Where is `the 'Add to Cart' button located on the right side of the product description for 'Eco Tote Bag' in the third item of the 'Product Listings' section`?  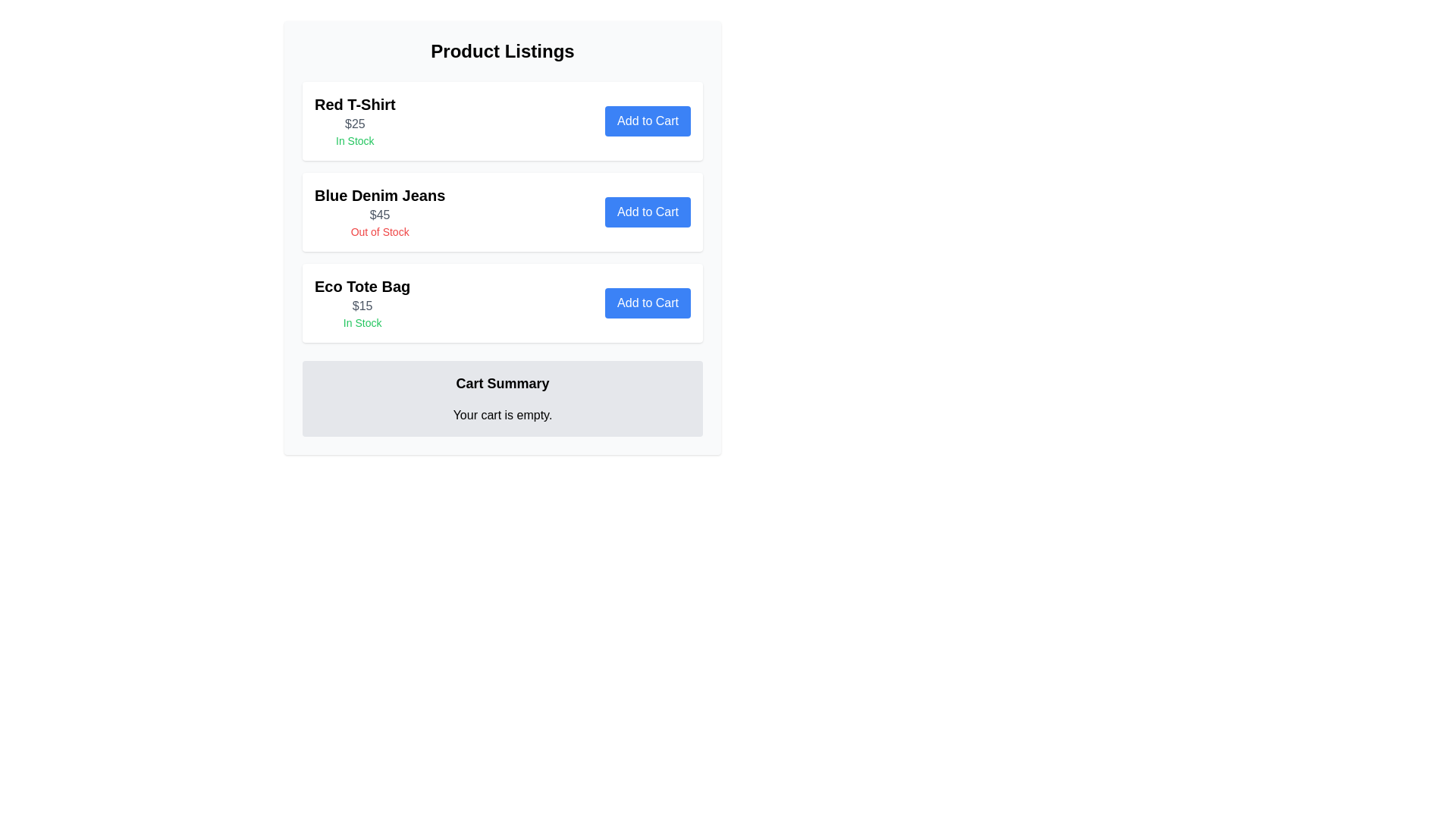
the 'Add to Cart' button located on the right side of the product description for 'Eco Tote Bag' in the third item of the 'Product Listings' section is located at coordinates (502, 303).